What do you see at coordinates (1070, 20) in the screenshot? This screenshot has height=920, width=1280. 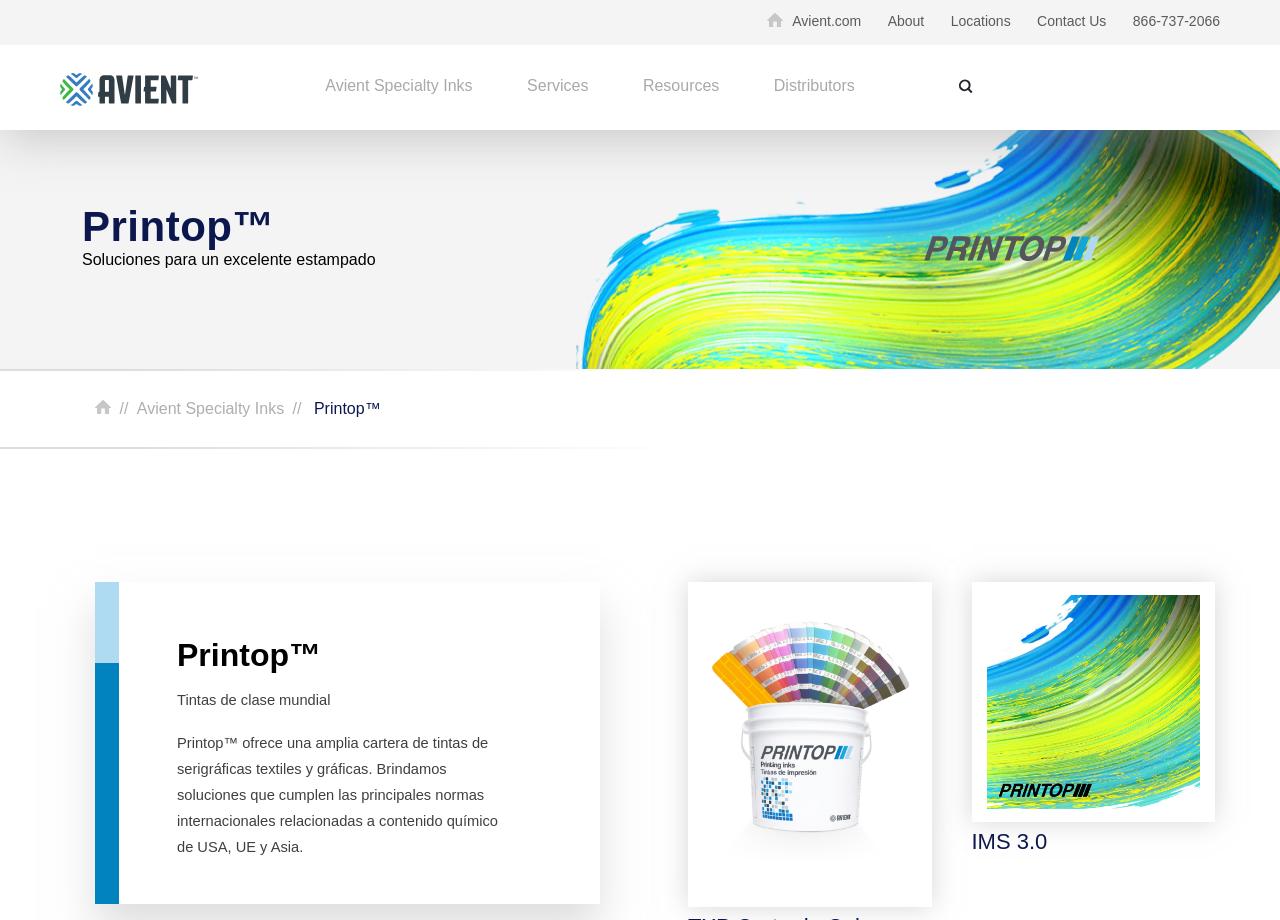 I see `'Contact Us'` at bounding box center [1070, 20].